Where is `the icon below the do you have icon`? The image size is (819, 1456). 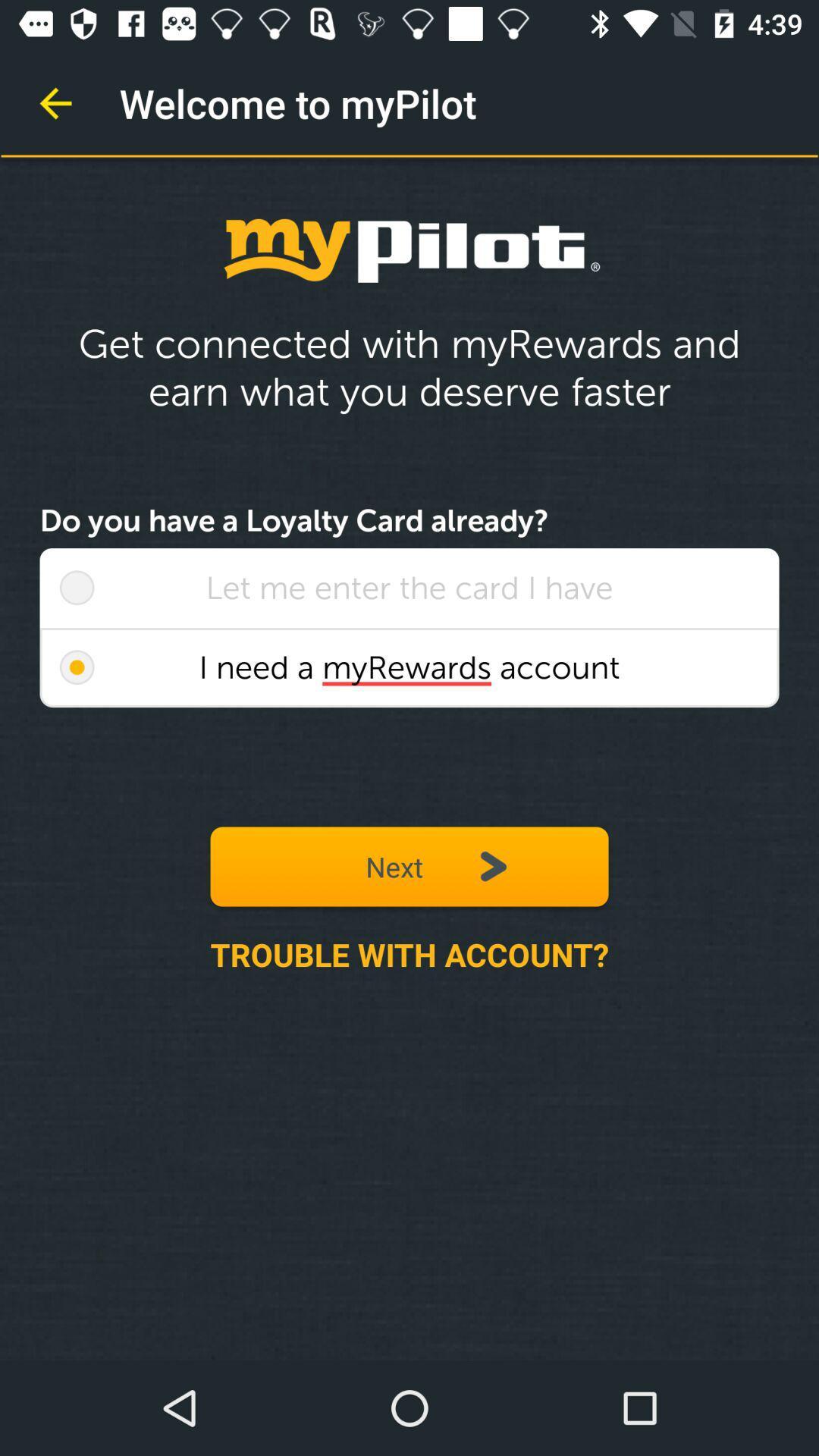
the icon below the do you have icon is located at coordinates (77, 587).